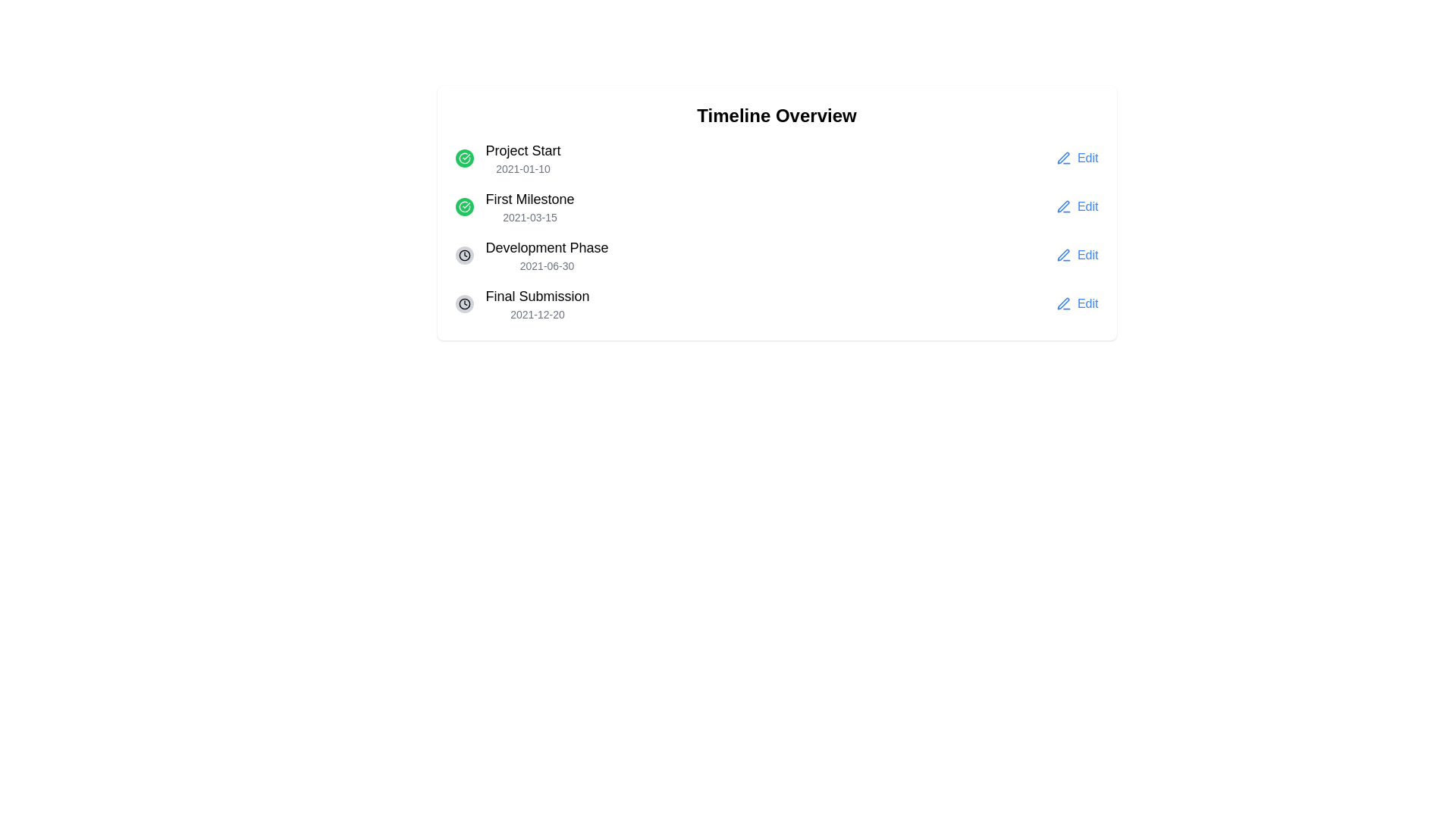 The height and width of the screenshot is (819, 1456). What do you see at coordinates (1062, 207) in the screenshot?
I see `the edit icon located to the right of the 'Development Phase' timeline event, specifically beside the text 'Edit', which is the third Edit button of the timeline events` at bounding box center [1062, 207].